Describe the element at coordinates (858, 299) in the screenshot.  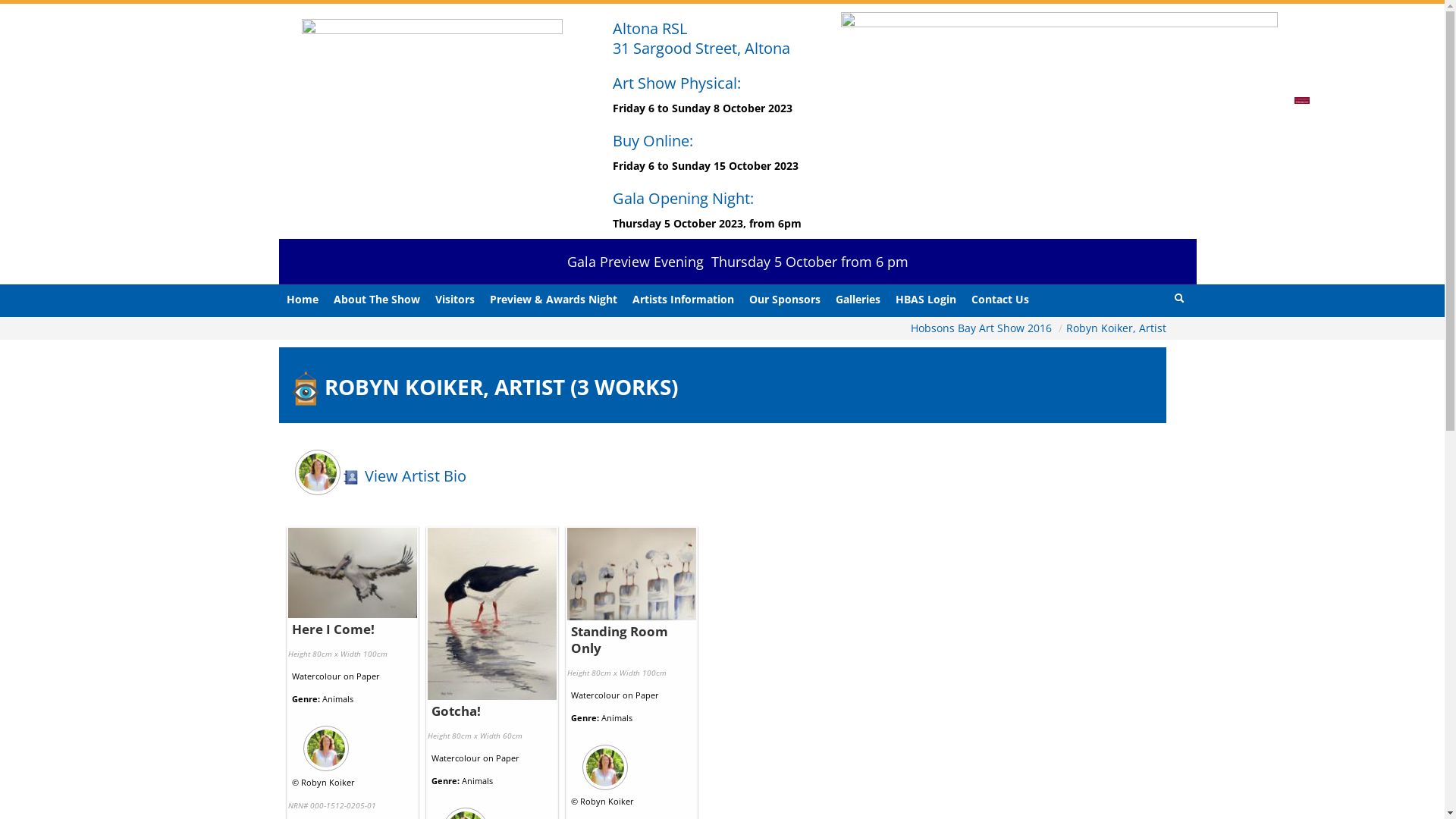
I see `'Galleries'` at that location.